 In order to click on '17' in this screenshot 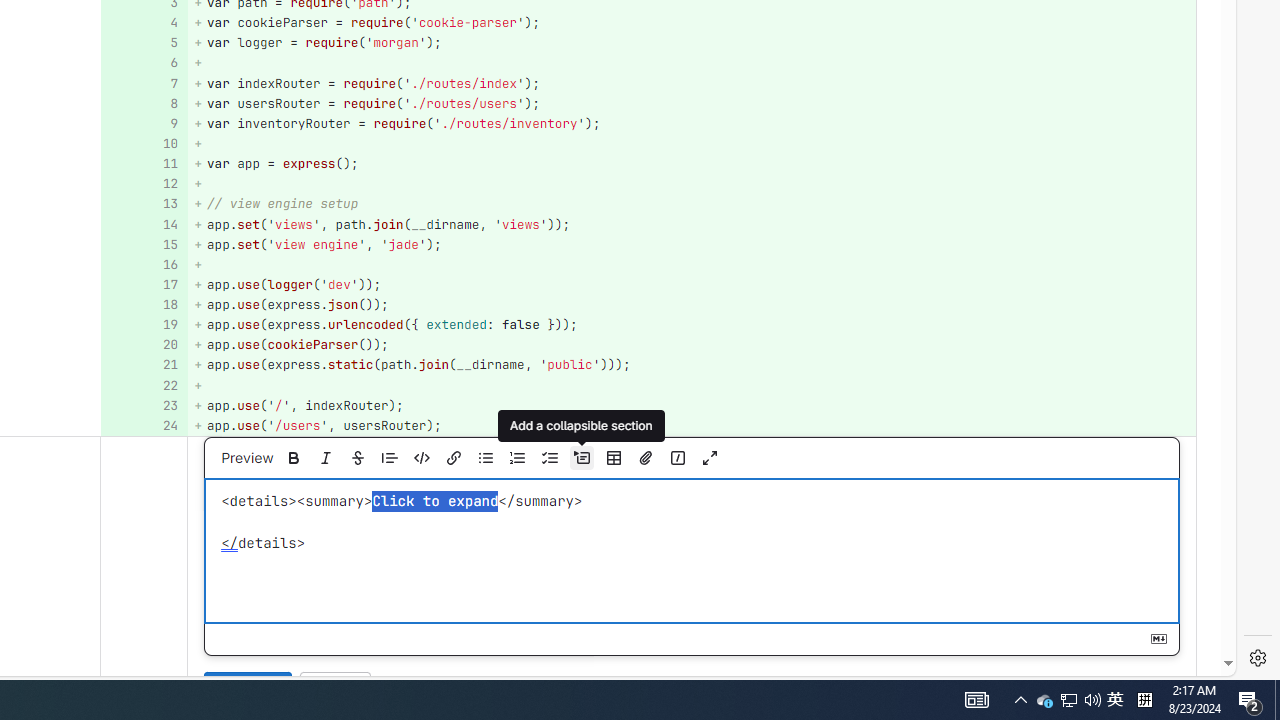, I will do `click(141, 285)`.